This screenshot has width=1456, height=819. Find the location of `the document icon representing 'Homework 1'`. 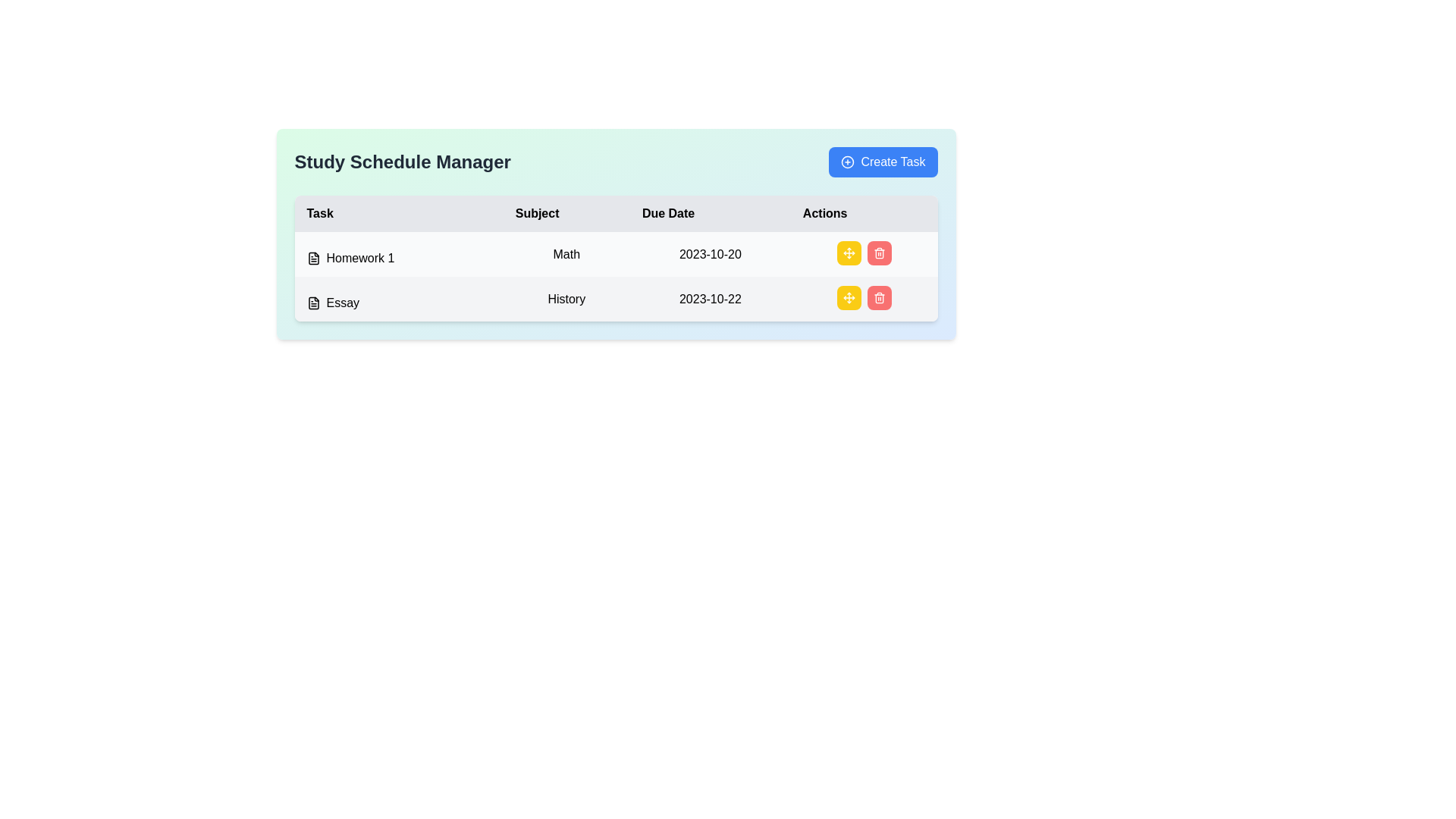

the document icon representing 'Homework 1' is located at coordinates (312, 257).